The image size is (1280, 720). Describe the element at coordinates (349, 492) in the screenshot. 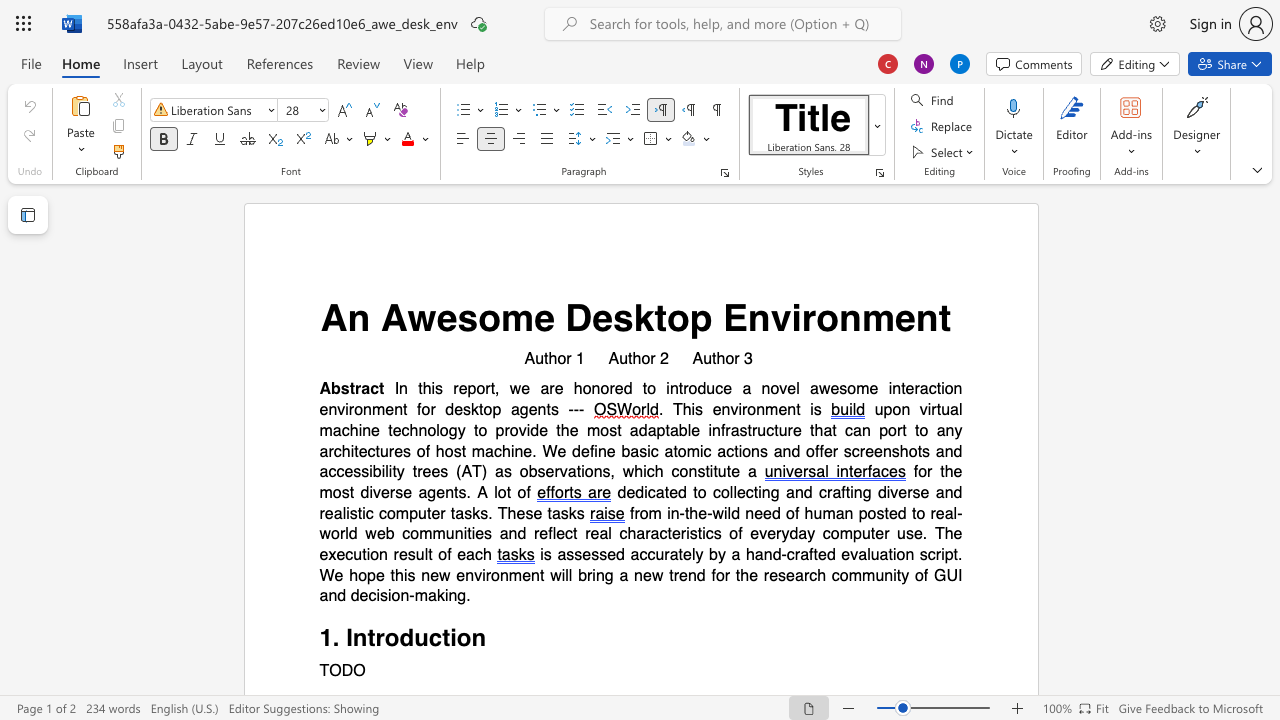

I see `the subset text "t diverse agents. A l" within the text "for the most diverse agents. A lot of"` at that location.